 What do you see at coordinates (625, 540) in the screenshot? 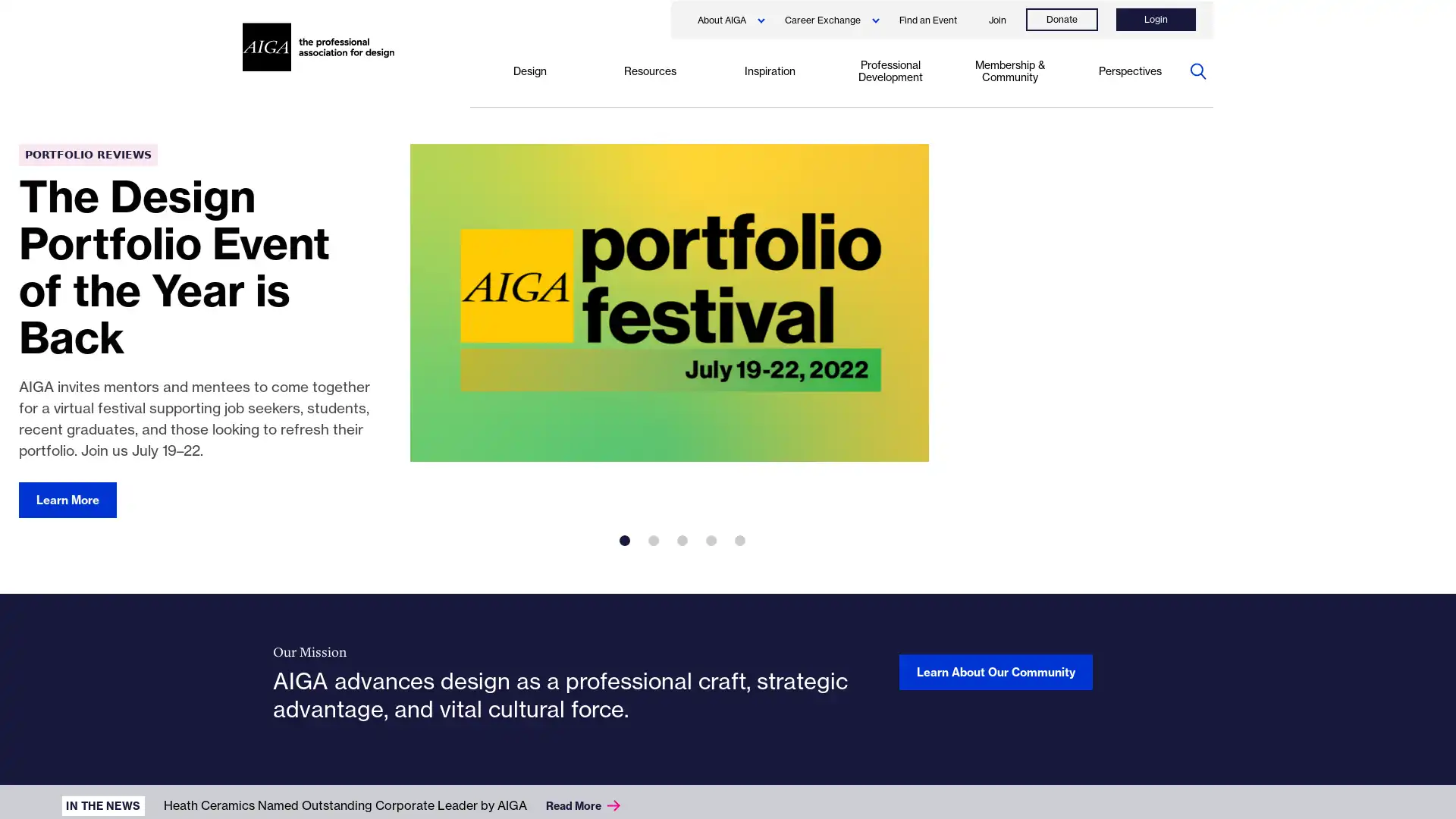
I see `1 of 5` at bounding box center [625, 540].